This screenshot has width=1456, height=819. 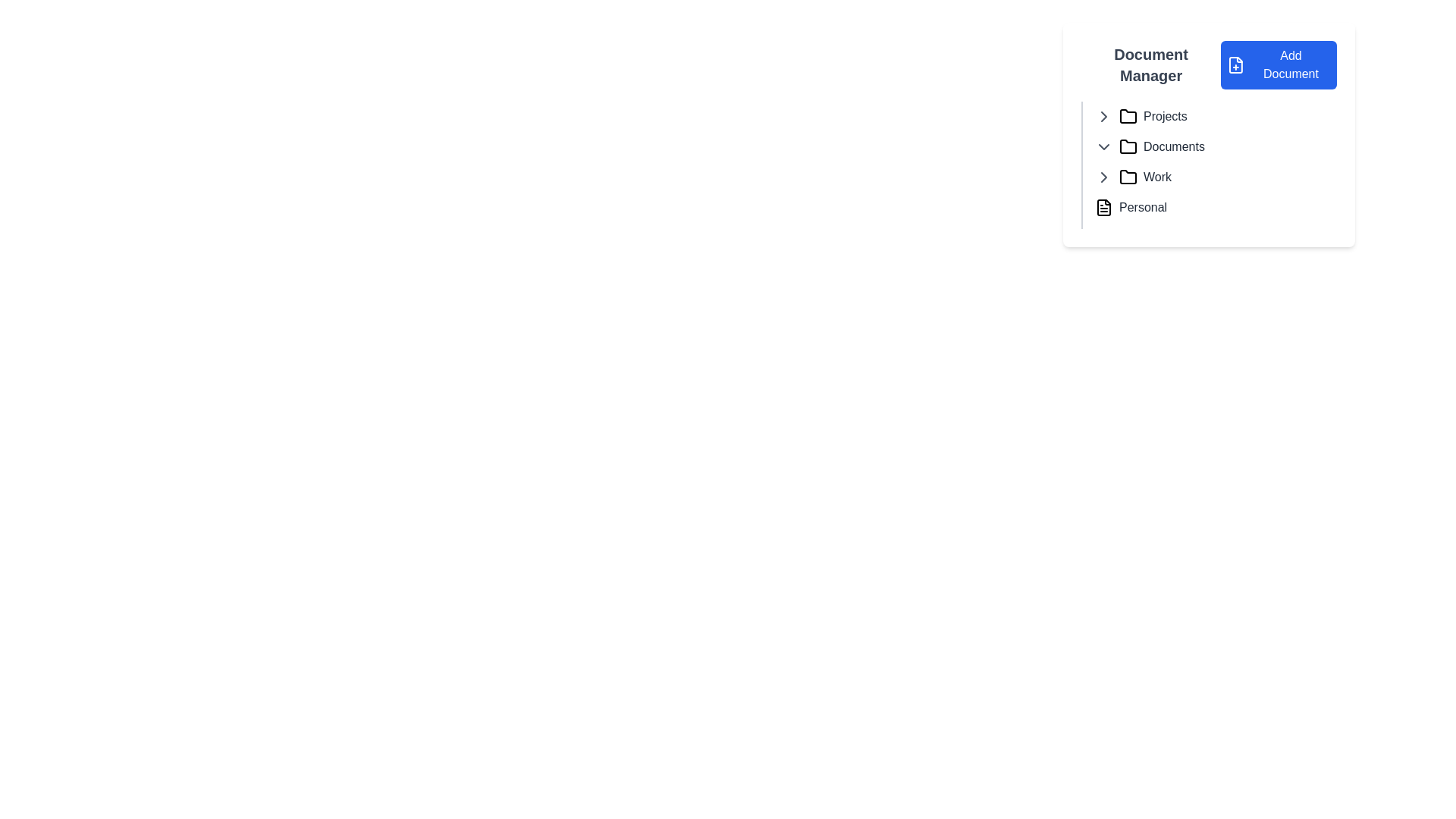 I want to click on the leading icon associated with the 'Personal' label in the document manager items list for interaction, so click(x=1103, y=207).